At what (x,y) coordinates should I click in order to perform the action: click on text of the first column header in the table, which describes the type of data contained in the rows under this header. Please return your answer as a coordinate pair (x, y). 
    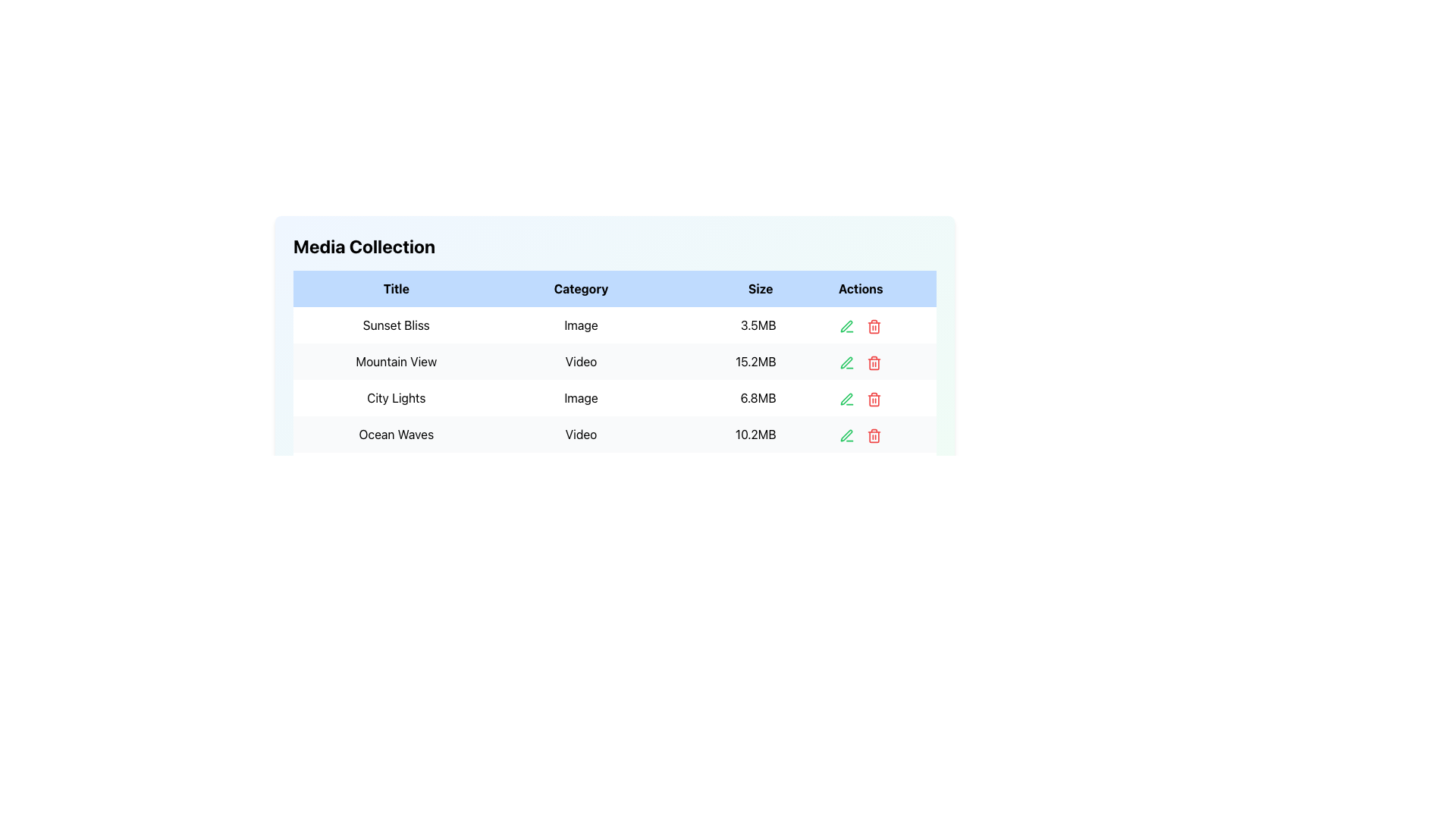
    Looking at the image, I should click on (396, 289).